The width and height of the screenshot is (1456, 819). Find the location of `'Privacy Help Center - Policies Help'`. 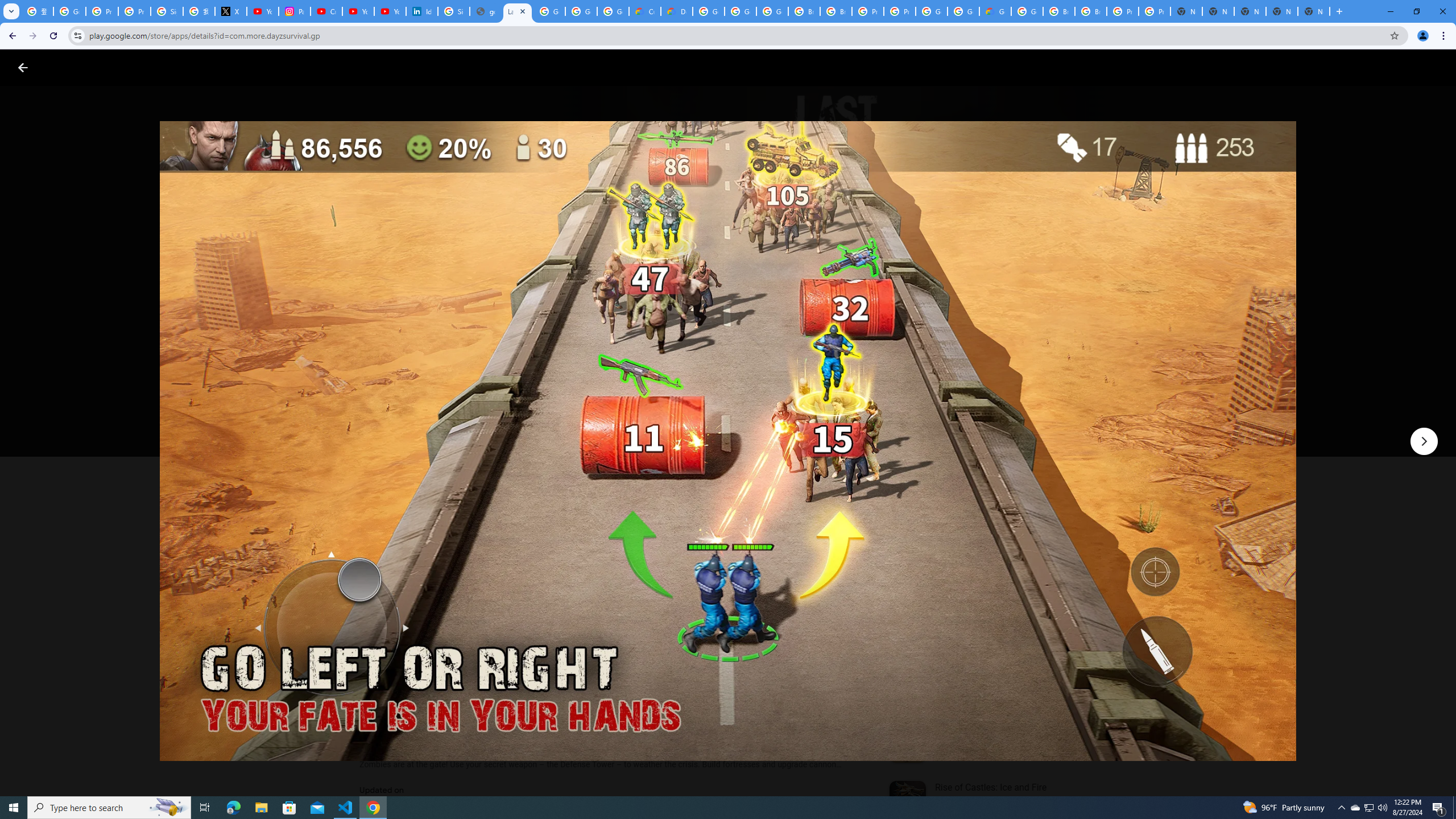

'Privacy Help Center - Policies Help' is located at coordinates (102, 11).